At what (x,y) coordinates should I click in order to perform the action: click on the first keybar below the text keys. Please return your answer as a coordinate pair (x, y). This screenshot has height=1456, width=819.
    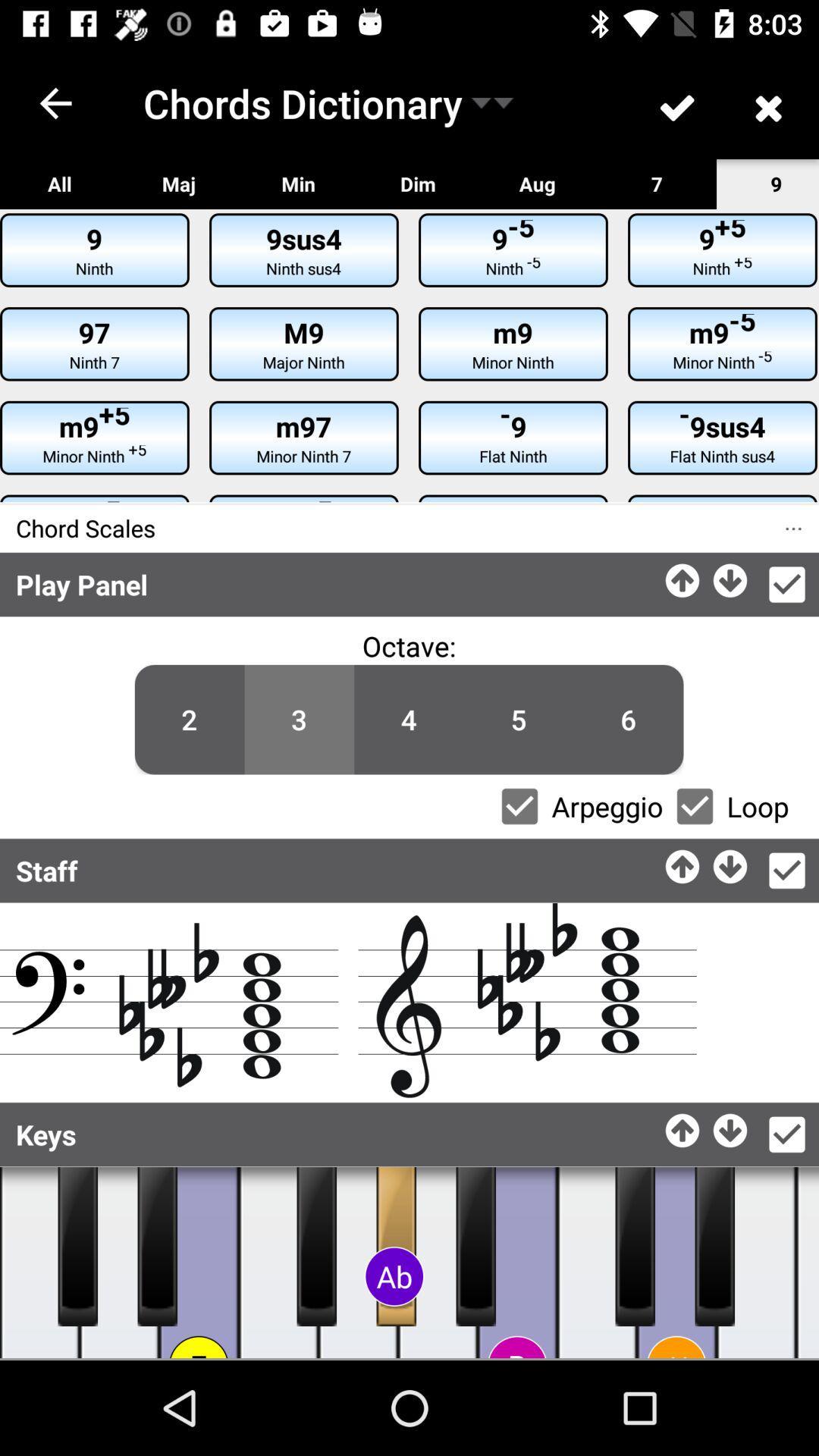
    Looking at the image, I should click on (78, 1246).